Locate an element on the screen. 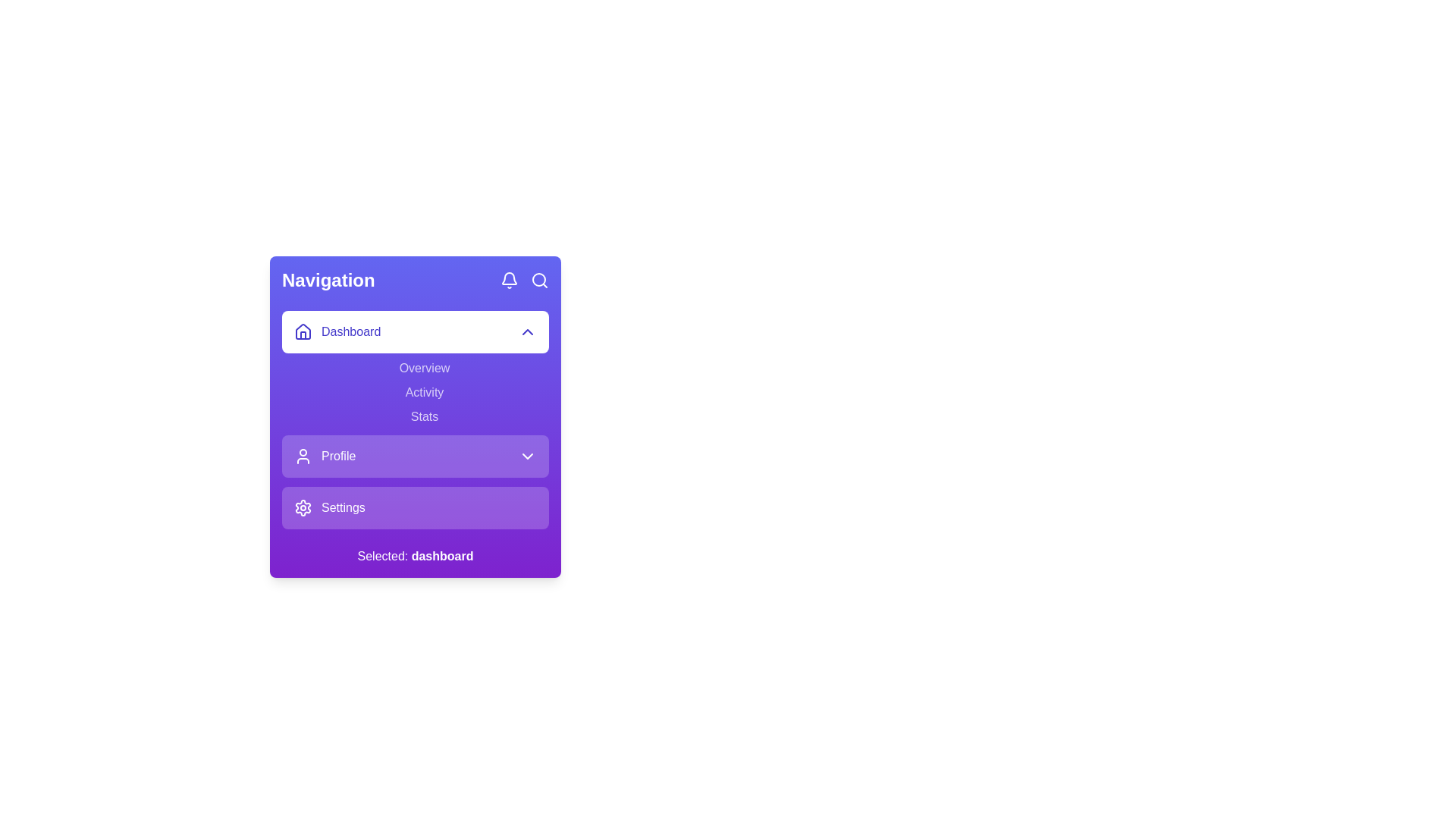 This screenshot has width=1456, height=819. the 'Overview' text label in the navigation menu is located at coordinates (425, 369).